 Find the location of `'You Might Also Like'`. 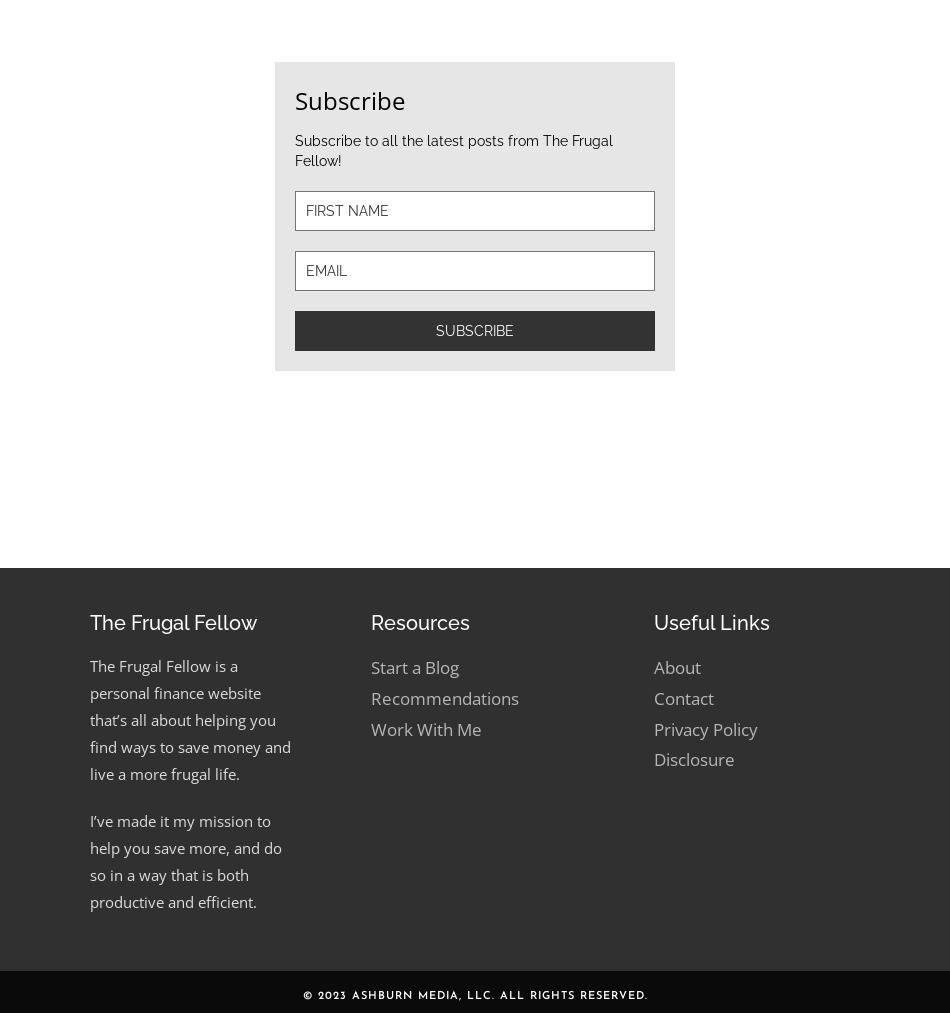

'You Might Also Like' is located at coordinates (134, 86).